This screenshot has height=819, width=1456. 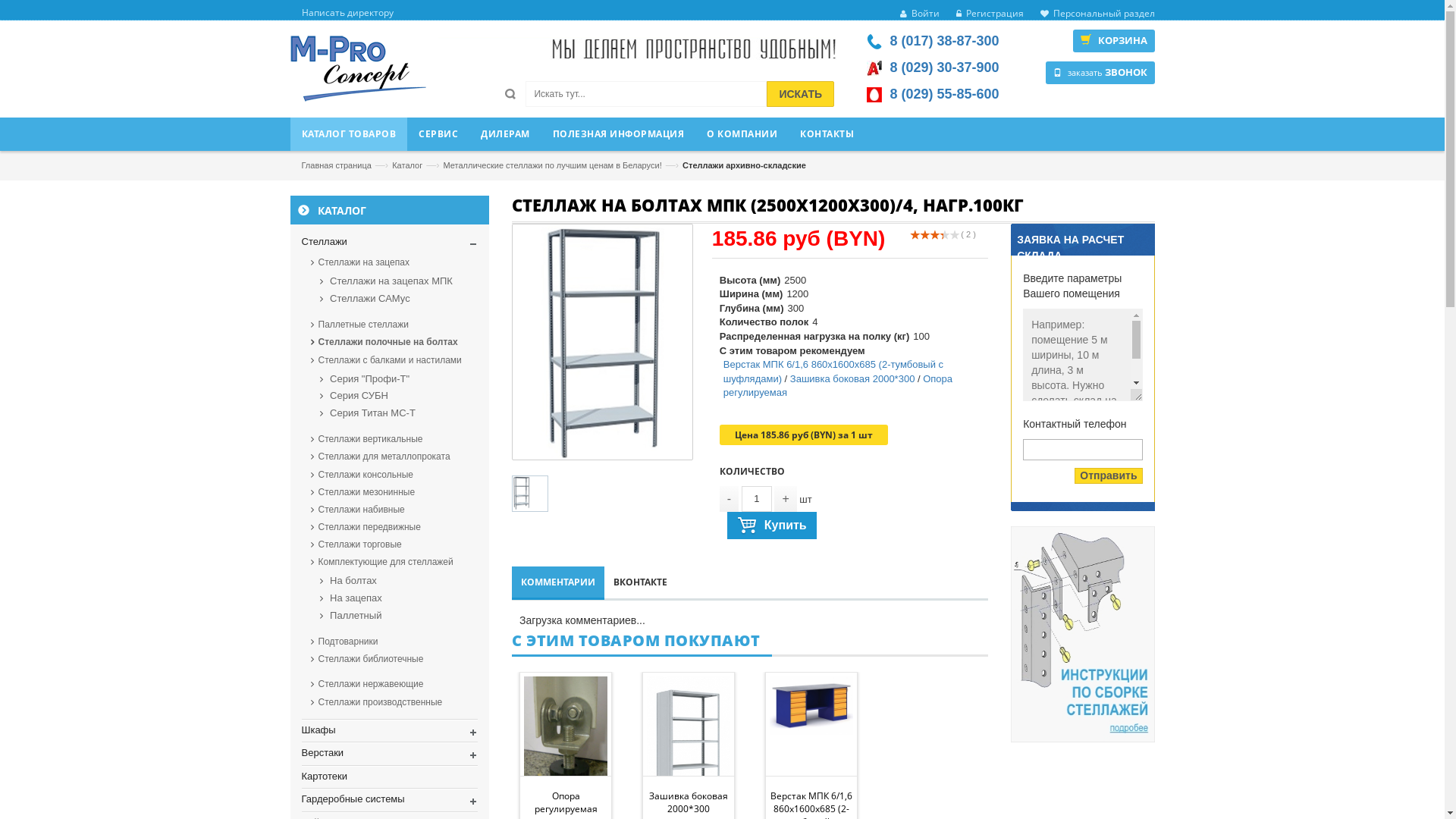 I want to click on '-', so click(x=729, y=499).